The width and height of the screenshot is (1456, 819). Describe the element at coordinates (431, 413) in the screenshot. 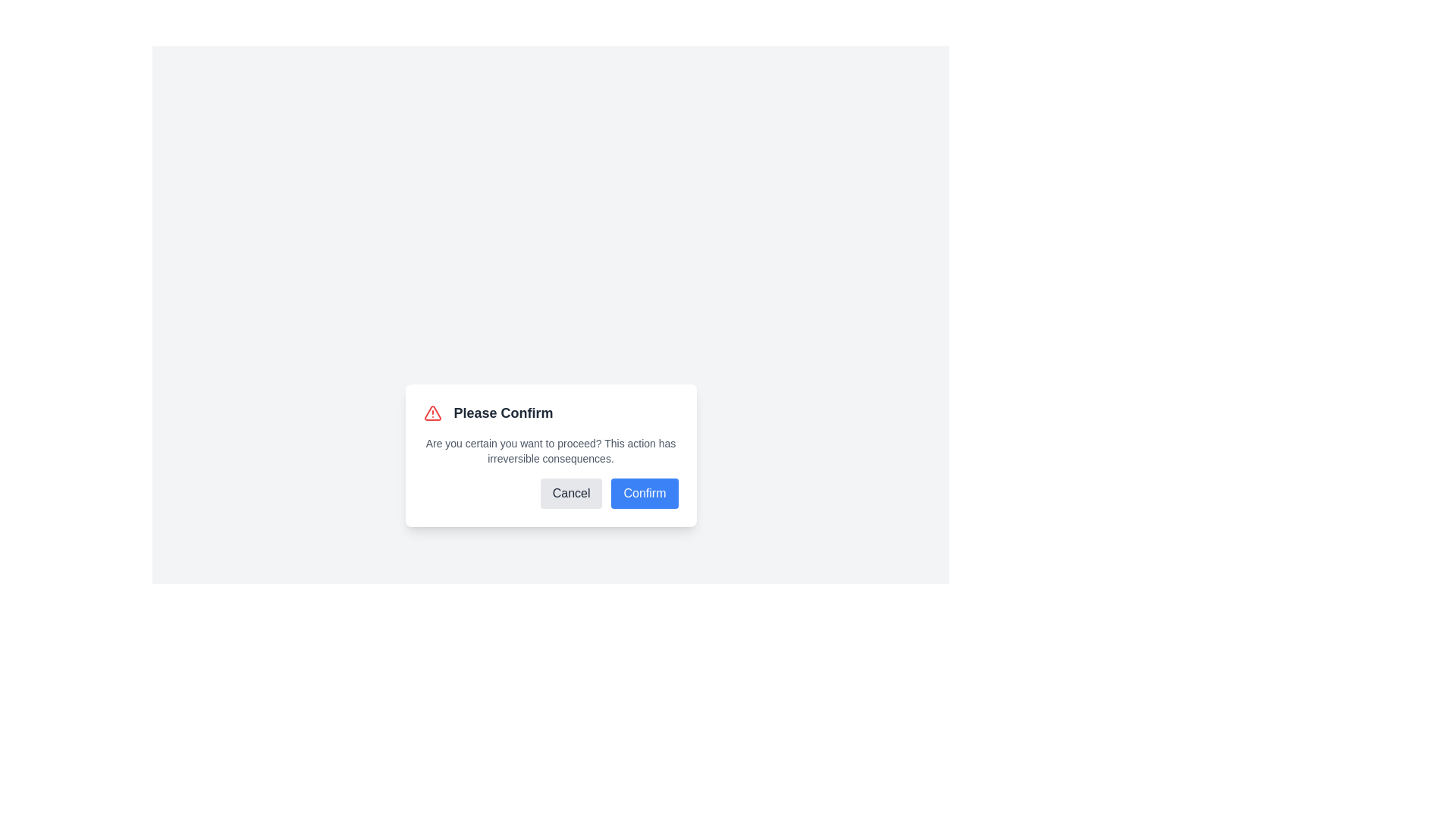

I see `the red triangular alert icon located to the left of the text 'Please Confirm'` at that location.